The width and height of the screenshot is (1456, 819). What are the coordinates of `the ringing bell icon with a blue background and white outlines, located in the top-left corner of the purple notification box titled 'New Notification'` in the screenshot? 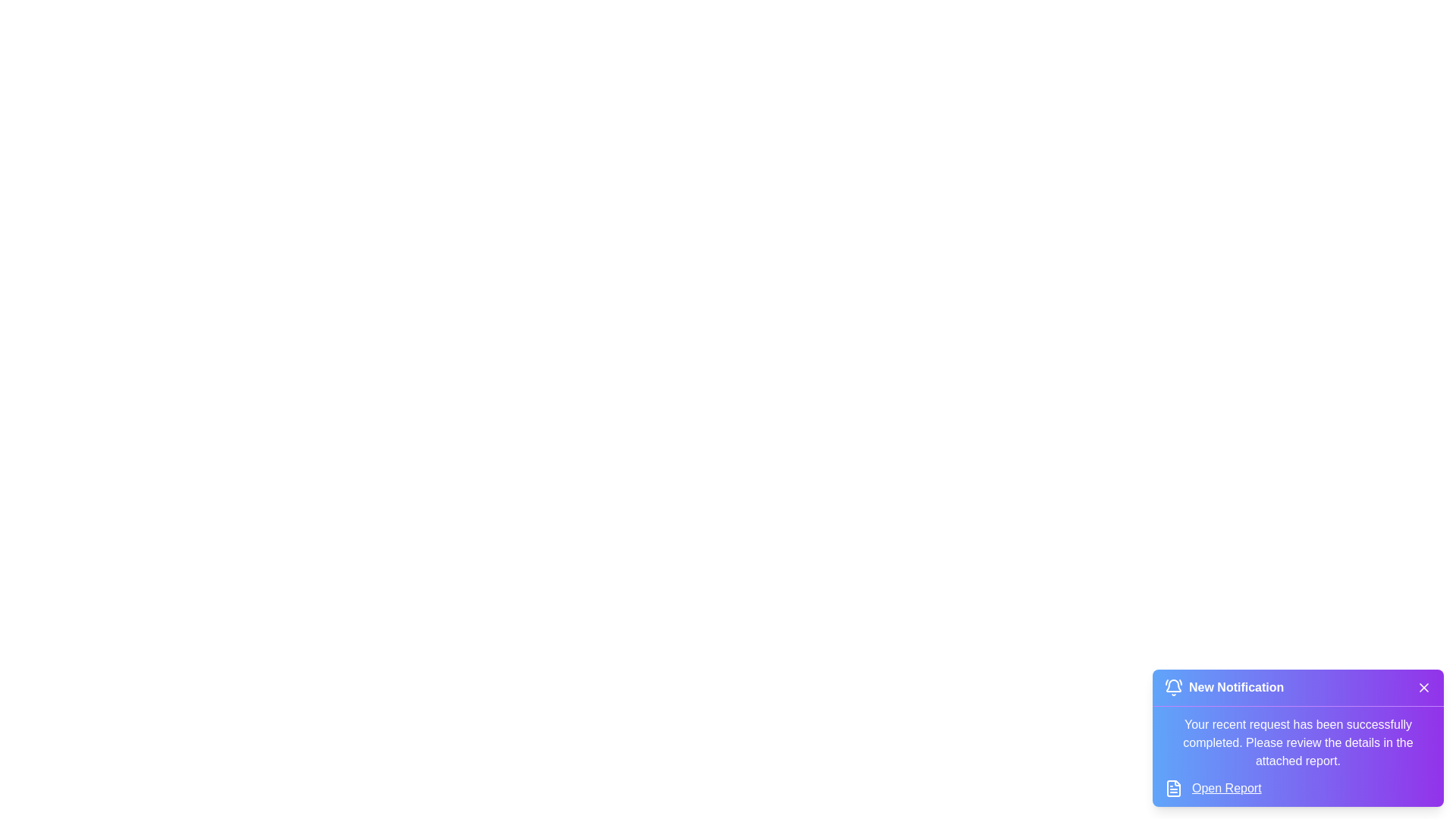 It's located at (1173, 687).